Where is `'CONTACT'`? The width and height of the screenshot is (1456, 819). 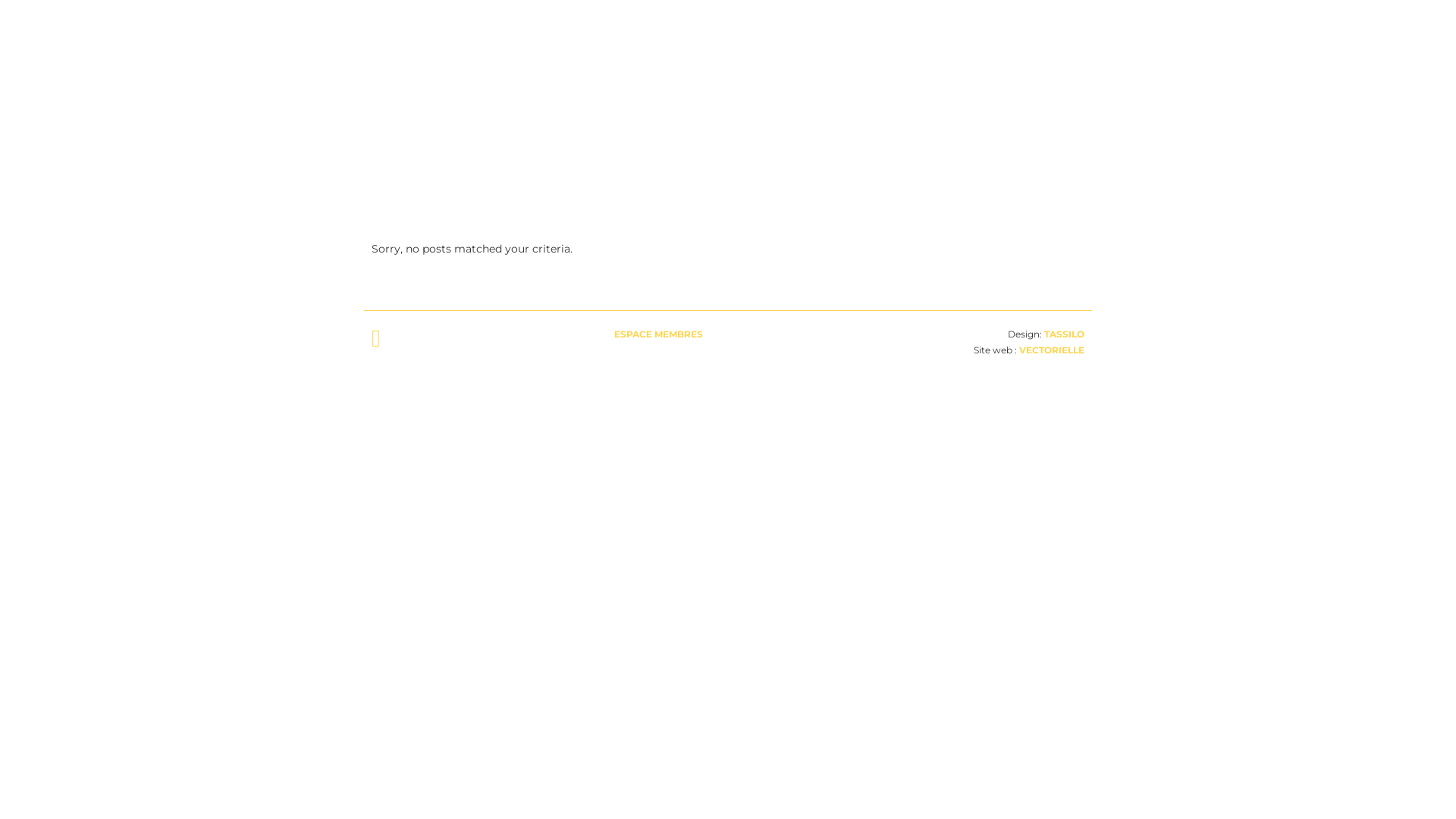
'CONTACT' is located at coordinates (1026, 52).